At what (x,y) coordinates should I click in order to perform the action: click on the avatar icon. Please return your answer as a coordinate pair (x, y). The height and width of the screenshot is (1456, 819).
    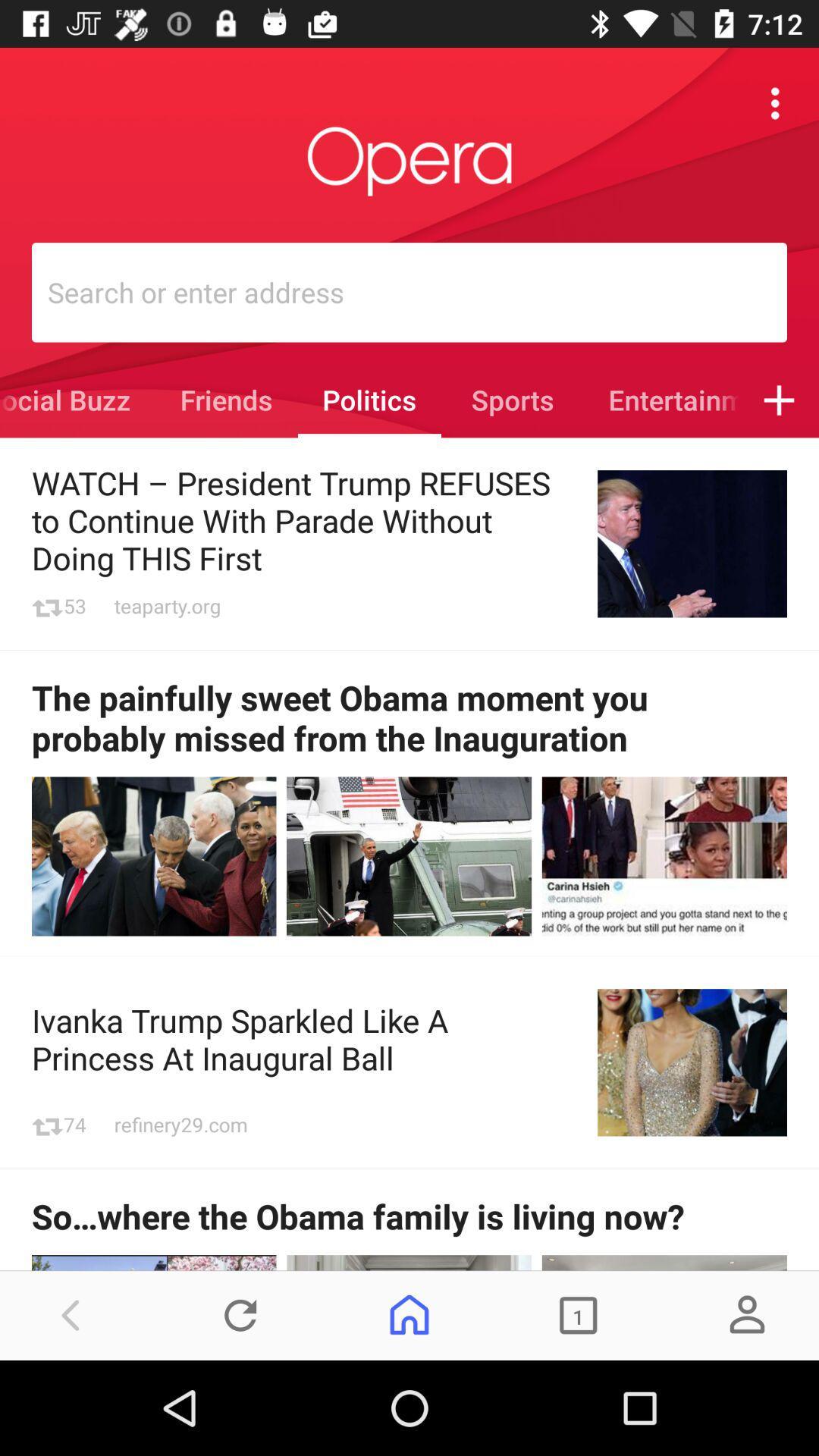
    Looking at the image, I should click on (746, 1314).